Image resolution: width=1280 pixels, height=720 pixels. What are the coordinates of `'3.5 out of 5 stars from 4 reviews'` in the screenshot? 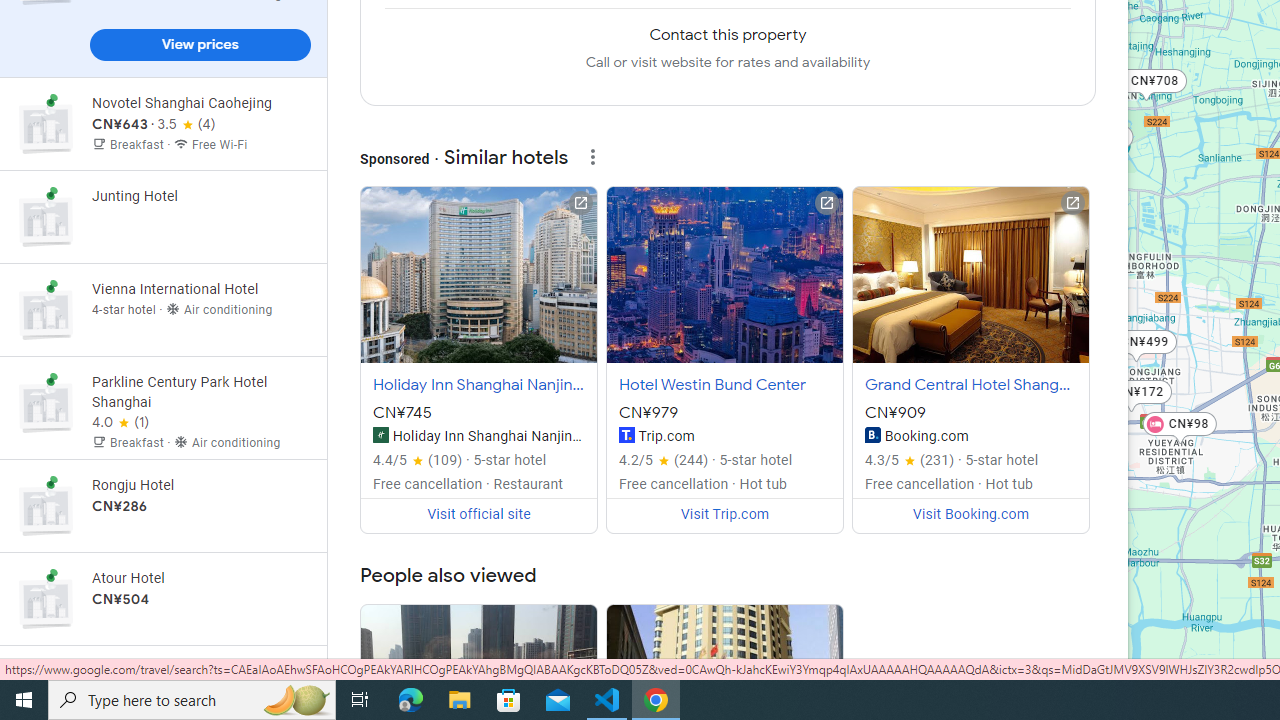 It's located at (186, 125).